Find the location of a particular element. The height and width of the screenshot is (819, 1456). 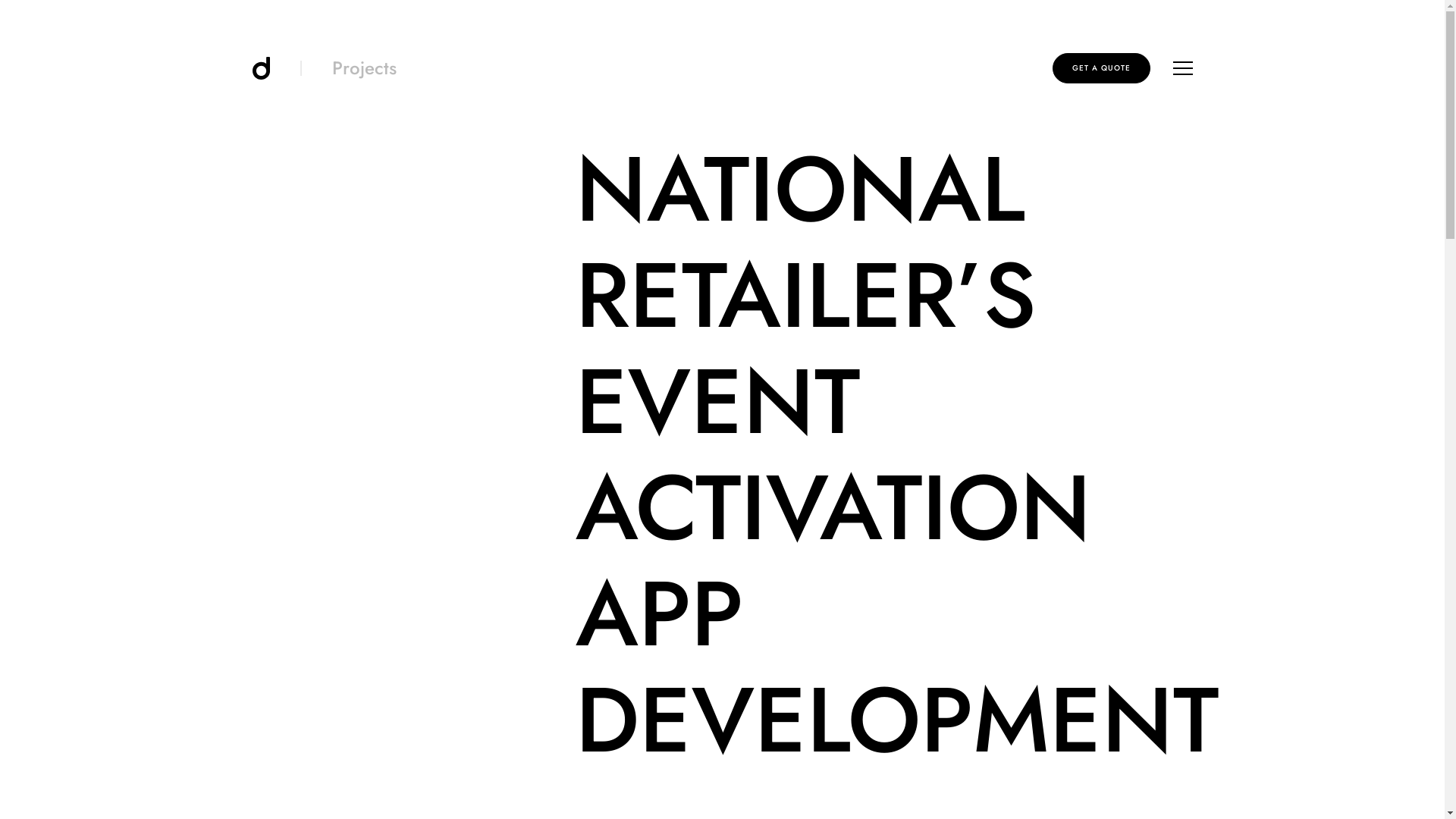

'Projects' is located at coordinates (364, 67).